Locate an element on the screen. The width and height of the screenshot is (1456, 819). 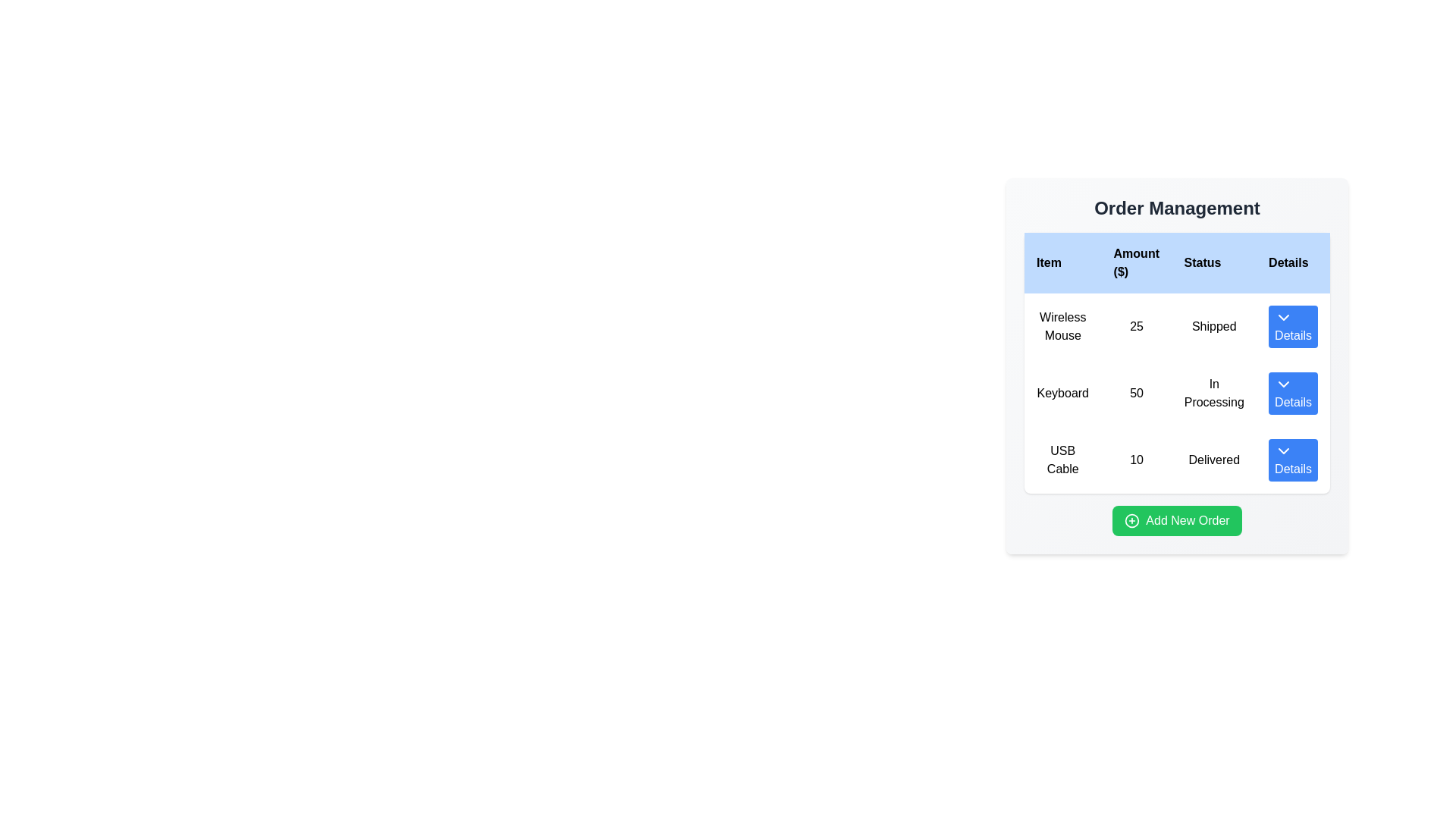
the static text label for 'Wireless Mouse' in the first row of the table under the 'Item' column is located at coordinates (1062, 326).